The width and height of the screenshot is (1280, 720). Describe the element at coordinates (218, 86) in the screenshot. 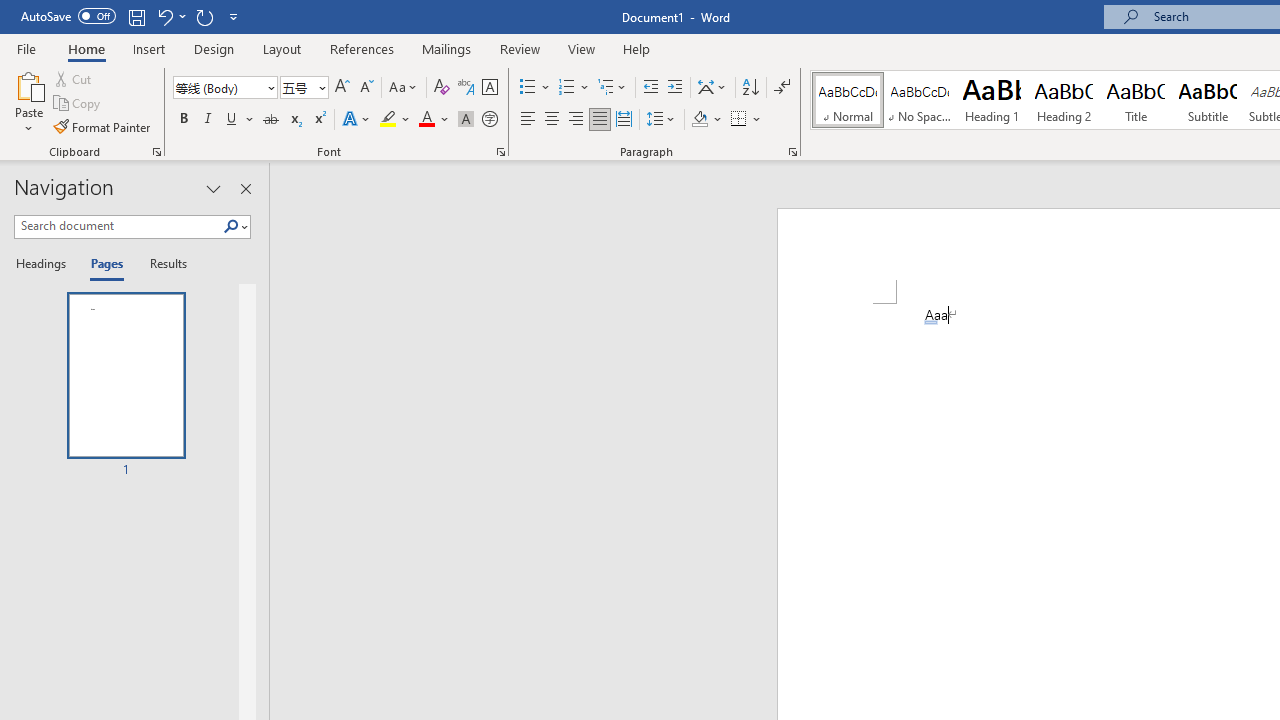

I see `'Font'` at that location.